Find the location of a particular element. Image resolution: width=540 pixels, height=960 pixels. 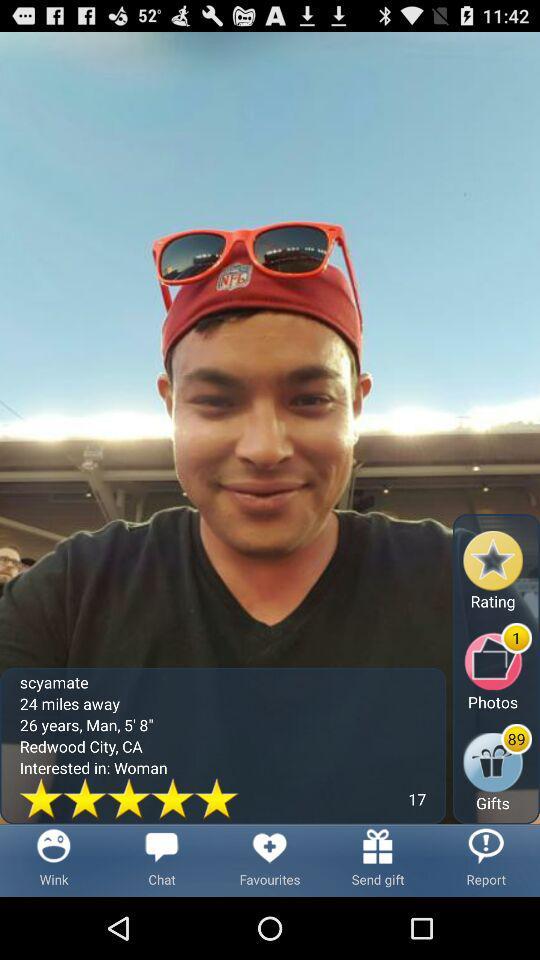

button to the left of send gift item is located at coordinates (270, 859).